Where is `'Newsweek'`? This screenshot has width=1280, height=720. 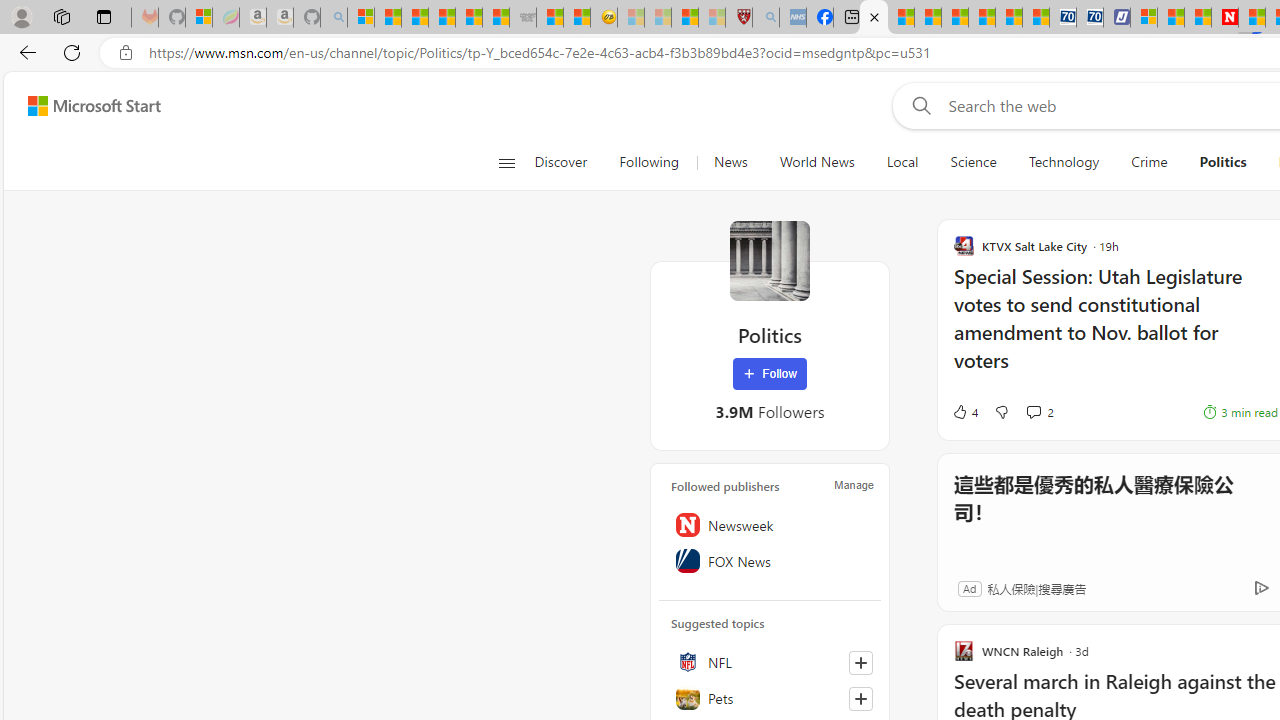 'Newsweek' is located at coordinates (769, 524).